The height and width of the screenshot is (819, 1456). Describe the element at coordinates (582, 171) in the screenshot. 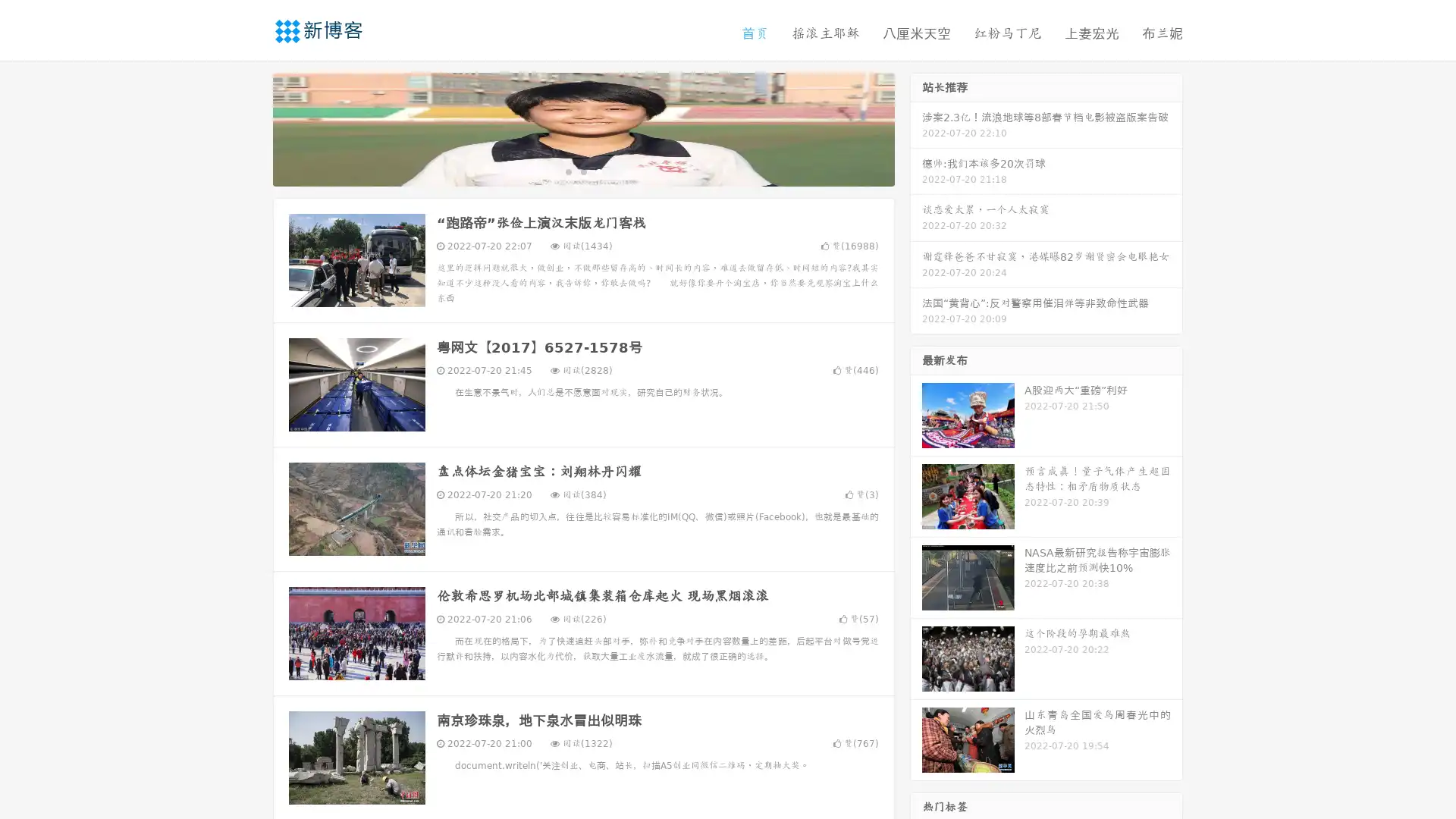

I see `Go to slide 2` at that location.